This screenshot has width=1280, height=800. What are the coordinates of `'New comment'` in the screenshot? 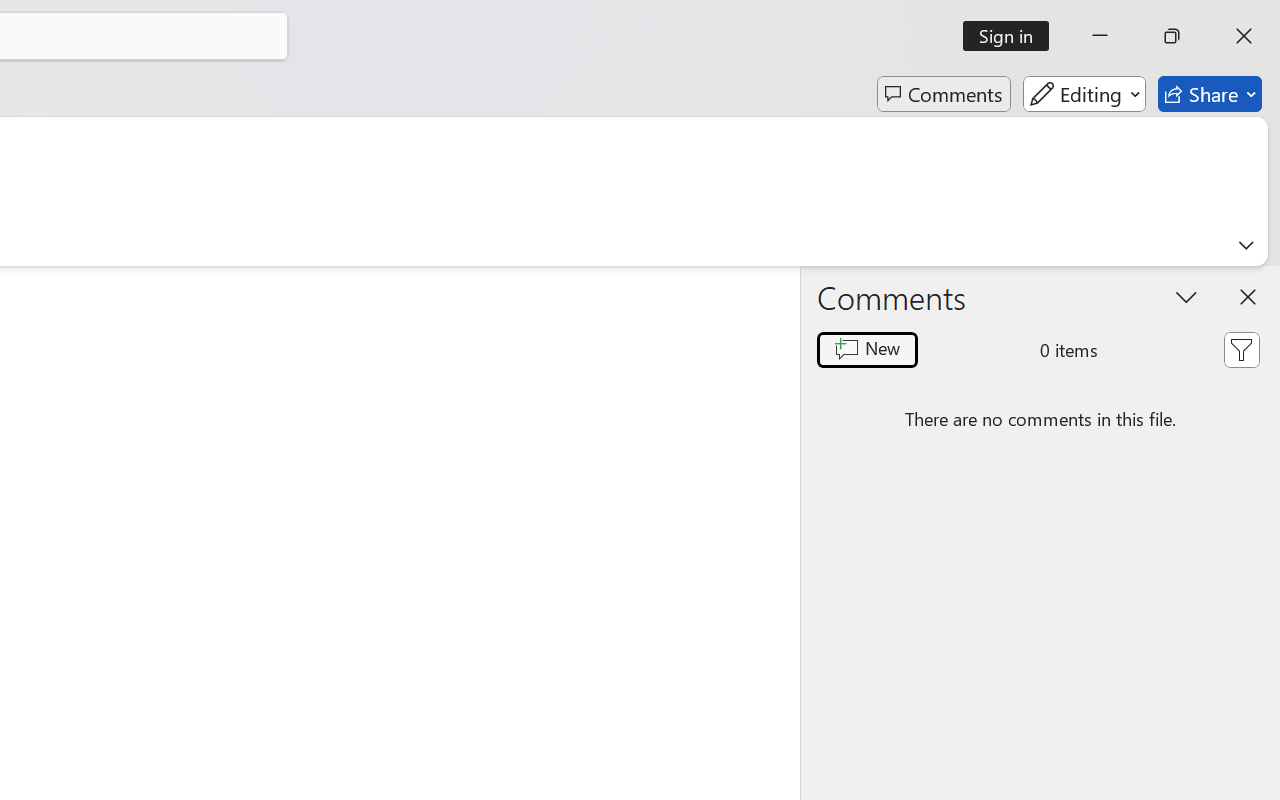 It's located at (867, 350).